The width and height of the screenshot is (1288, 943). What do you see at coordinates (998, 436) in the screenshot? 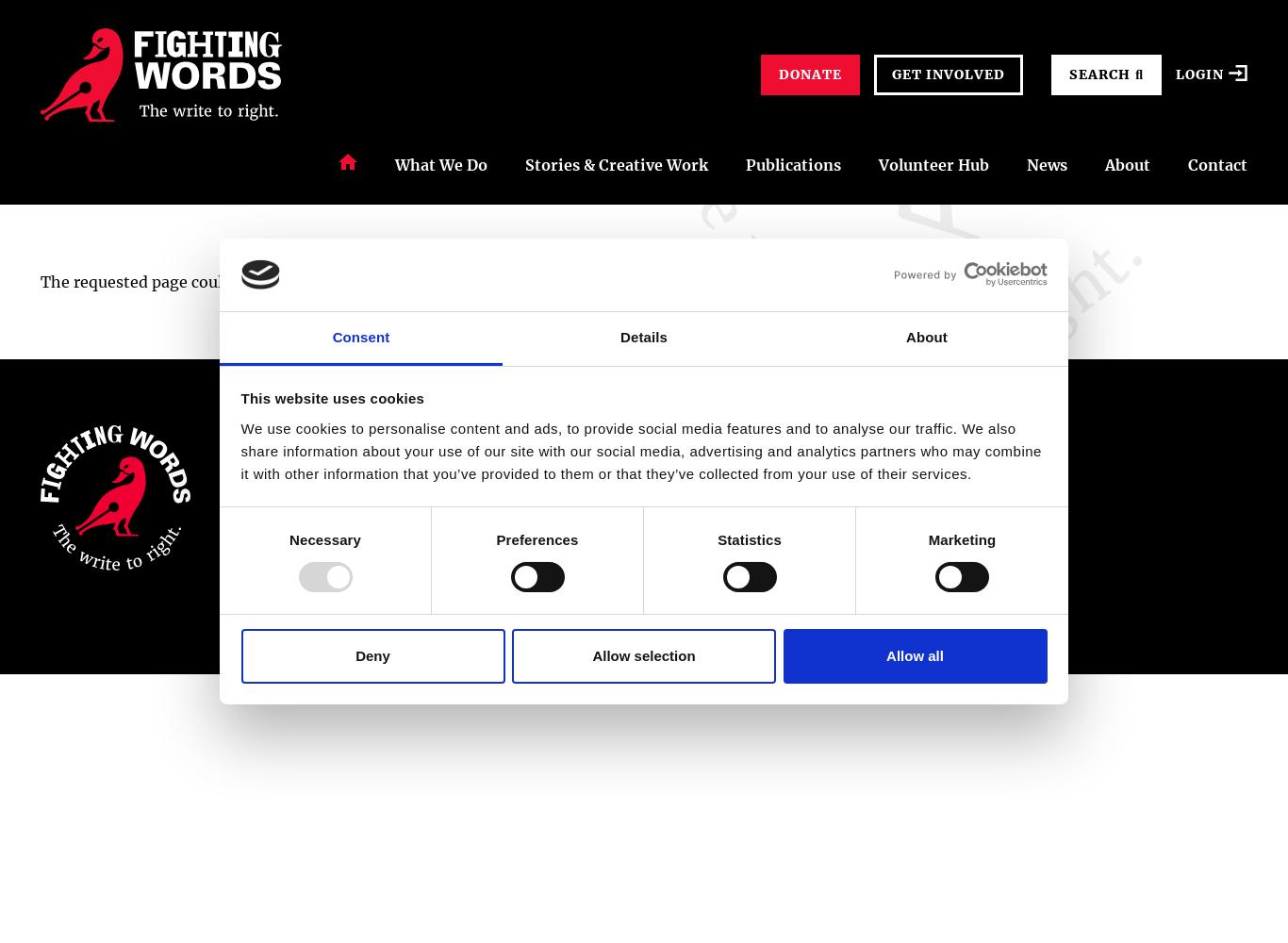
I see `'Follow us'` at bounding box center [998, 436].